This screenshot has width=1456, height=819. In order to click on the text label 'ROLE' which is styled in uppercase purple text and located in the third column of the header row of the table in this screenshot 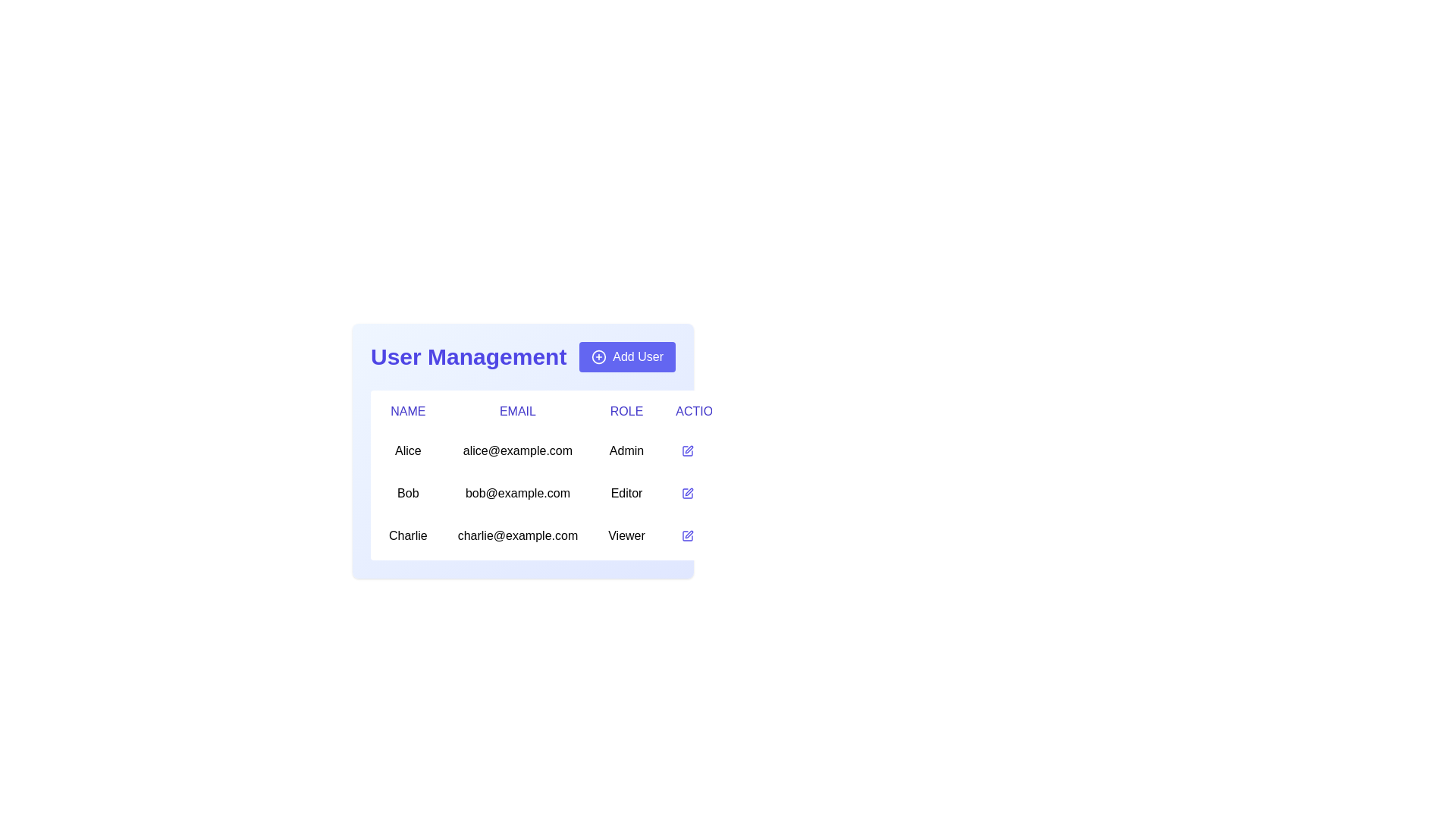, I will do `click(626, 412)`.